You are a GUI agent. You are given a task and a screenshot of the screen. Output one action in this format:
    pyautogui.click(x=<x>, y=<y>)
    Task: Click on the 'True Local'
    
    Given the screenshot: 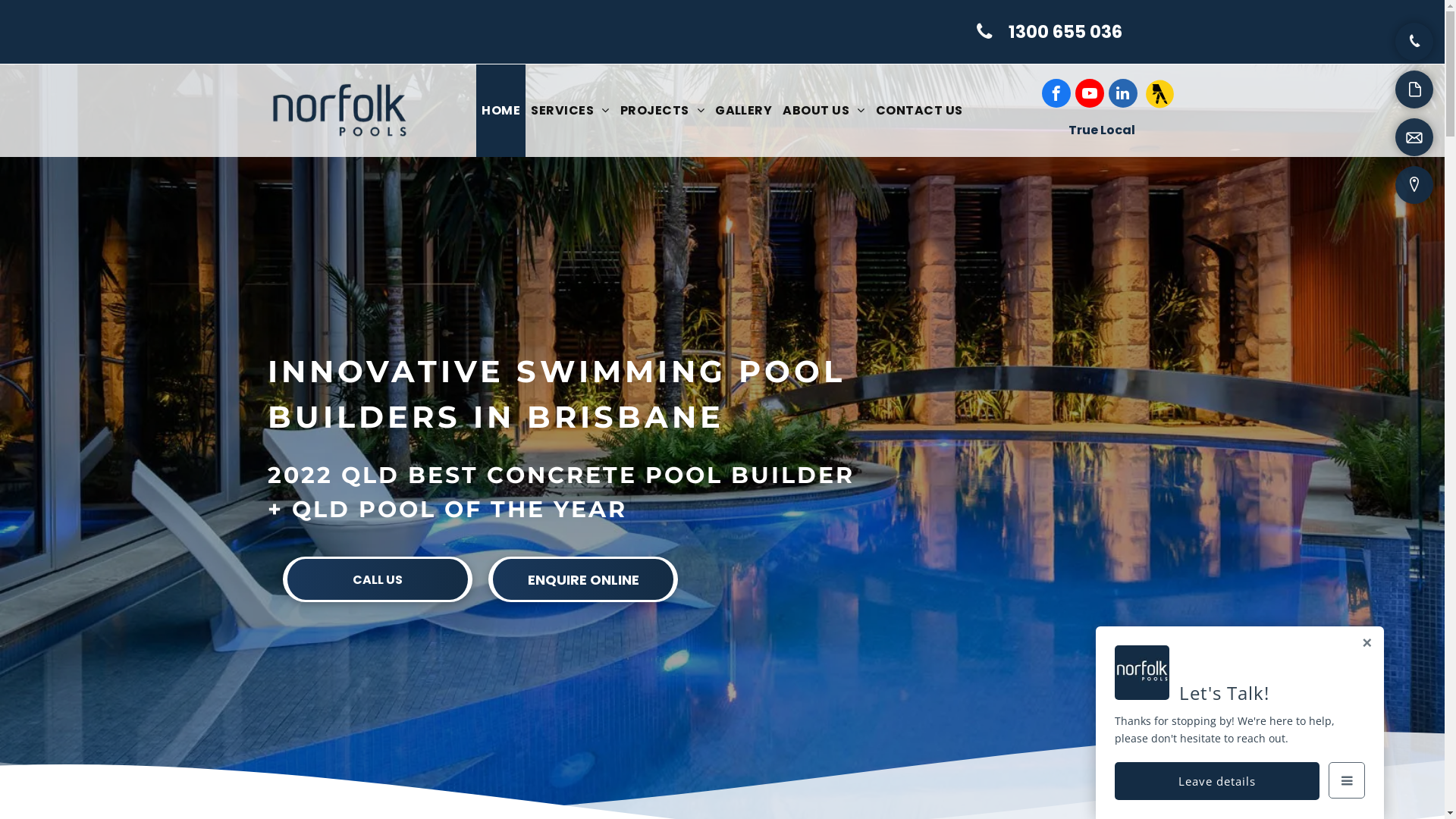 What is the action you would take?
    pyautogui.click(x=1100, y=129)
    